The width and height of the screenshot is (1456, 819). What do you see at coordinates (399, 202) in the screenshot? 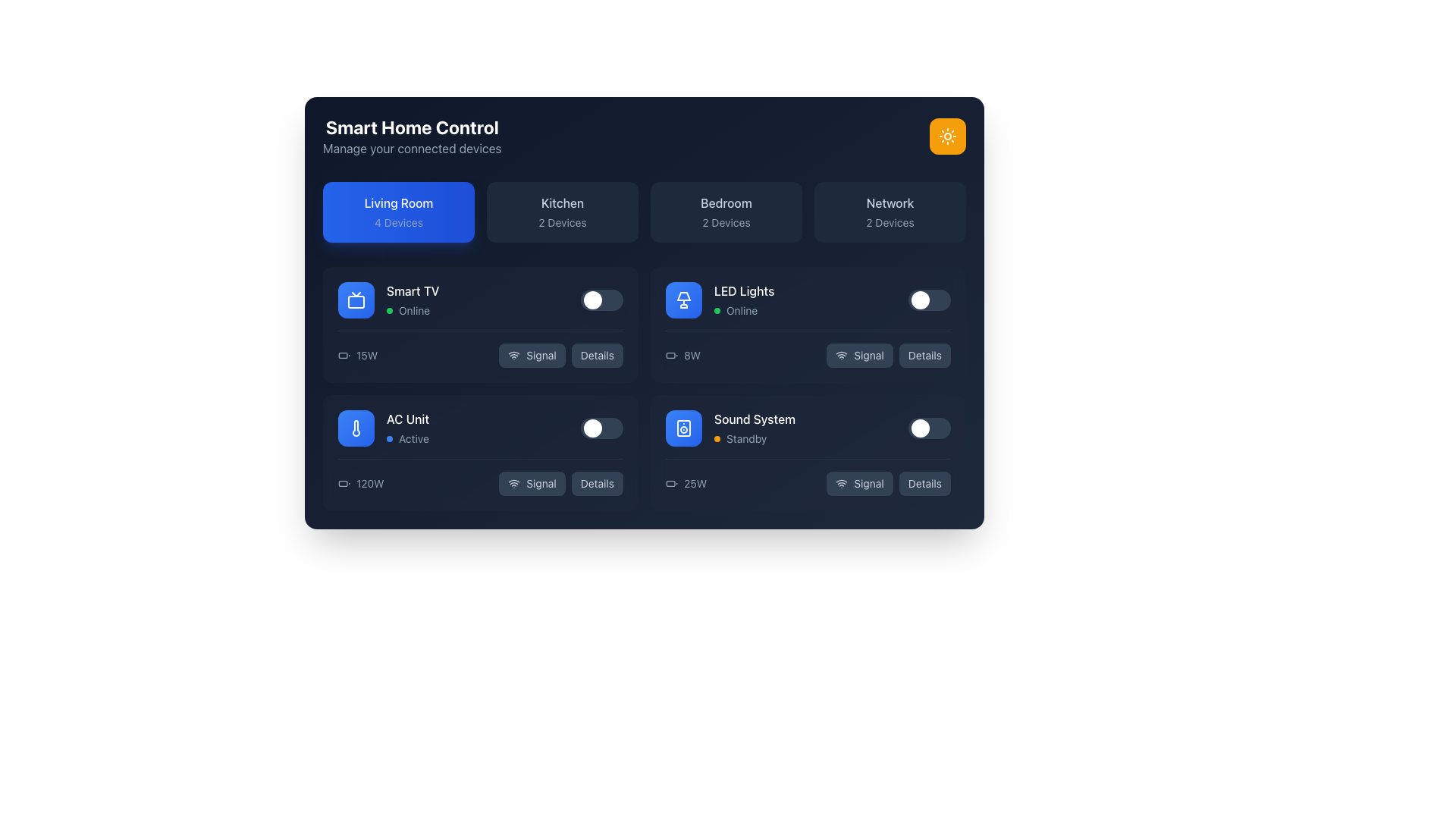
I see `the 'Living Room' label, which displays white text in a medium weight on a blue gradient background with rounded corners, located in the top-left section of the interface` at bounding box center [399, 202].